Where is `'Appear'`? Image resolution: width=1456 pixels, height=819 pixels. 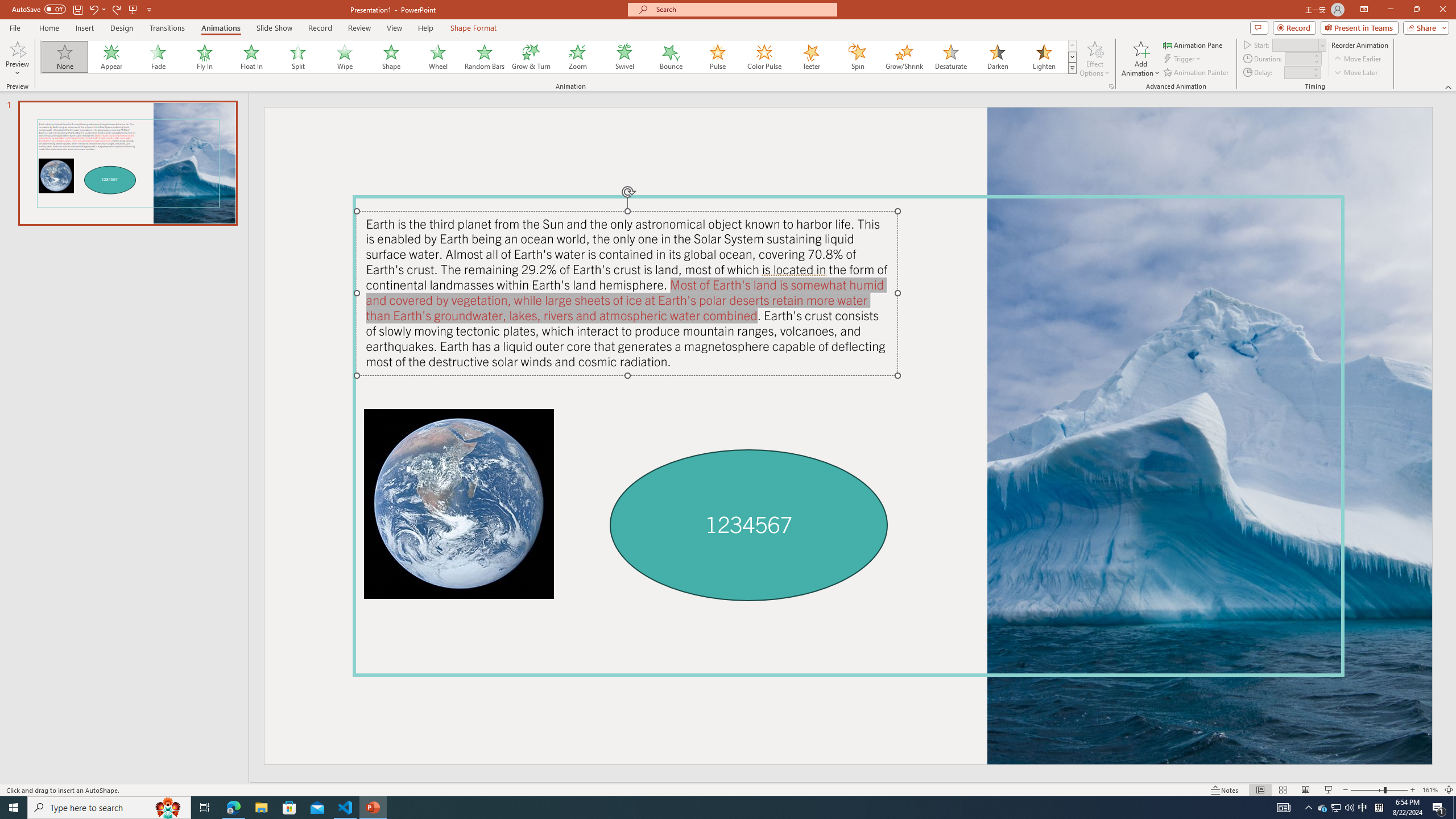
'Appear' is located at coordinates (111, 56).